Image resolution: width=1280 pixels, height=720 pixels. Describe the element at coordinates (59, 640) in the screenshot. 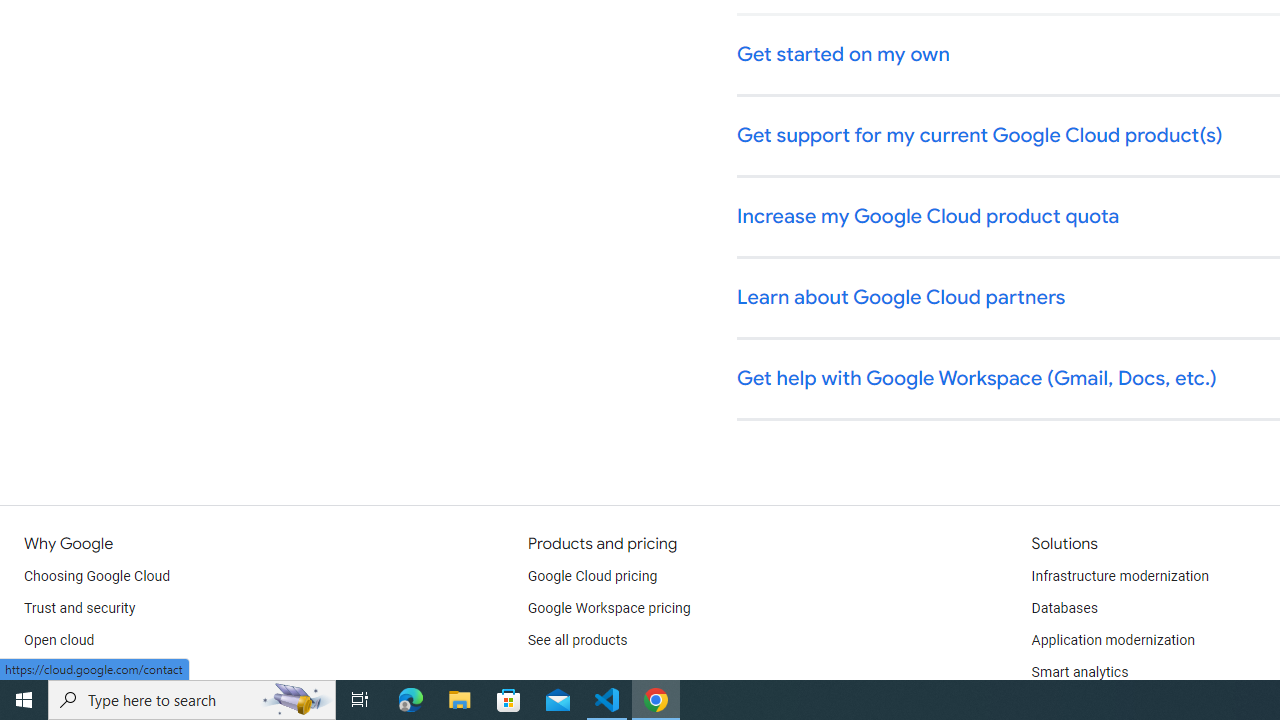

I see `'Open cloud'` at that location.